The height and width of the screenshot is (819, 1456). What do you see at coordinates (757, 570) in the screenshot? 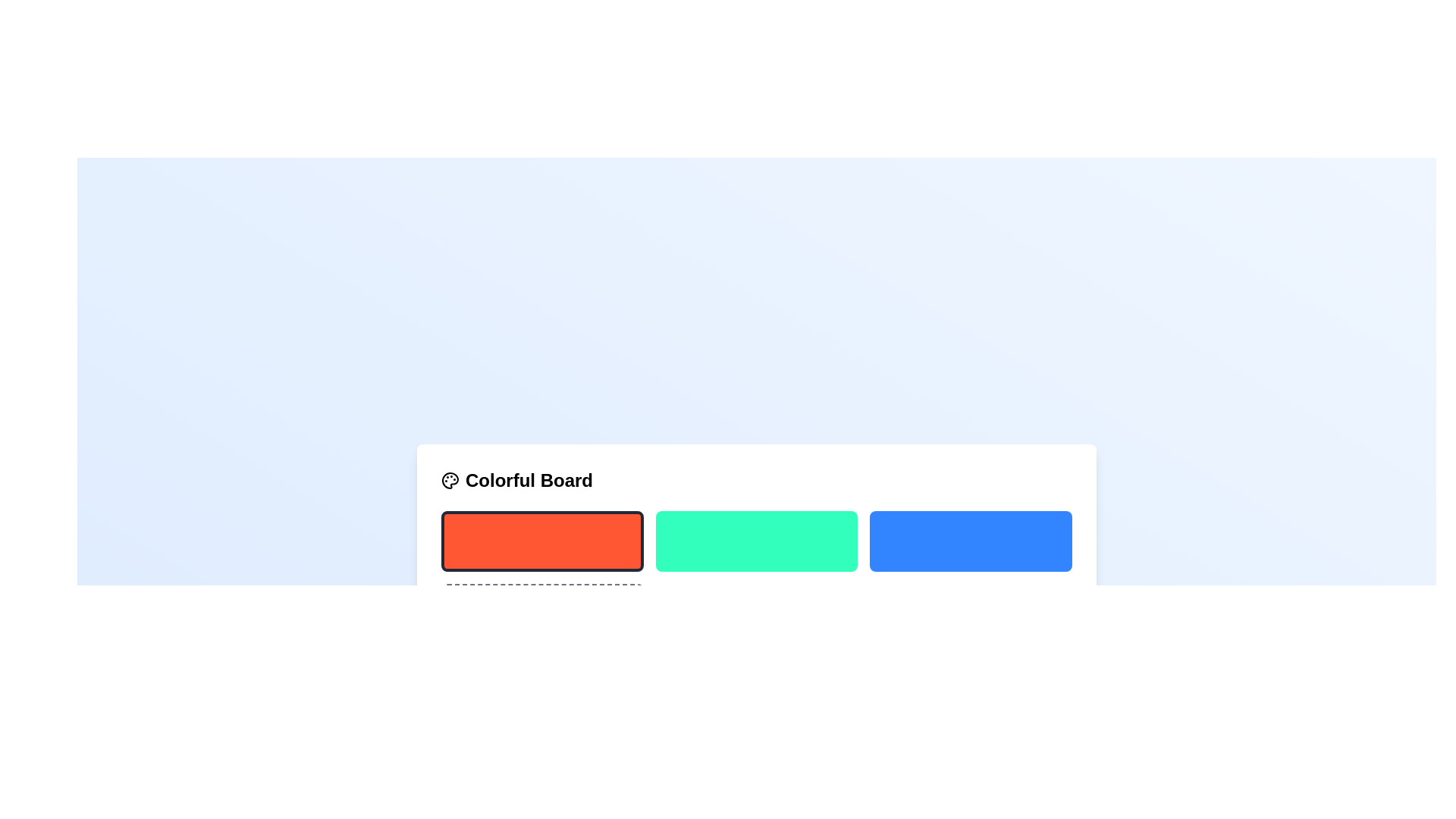
I see `the second selectable color tile in the palette located below the 'Colorful Board' header` at bounding box center [757, 570].